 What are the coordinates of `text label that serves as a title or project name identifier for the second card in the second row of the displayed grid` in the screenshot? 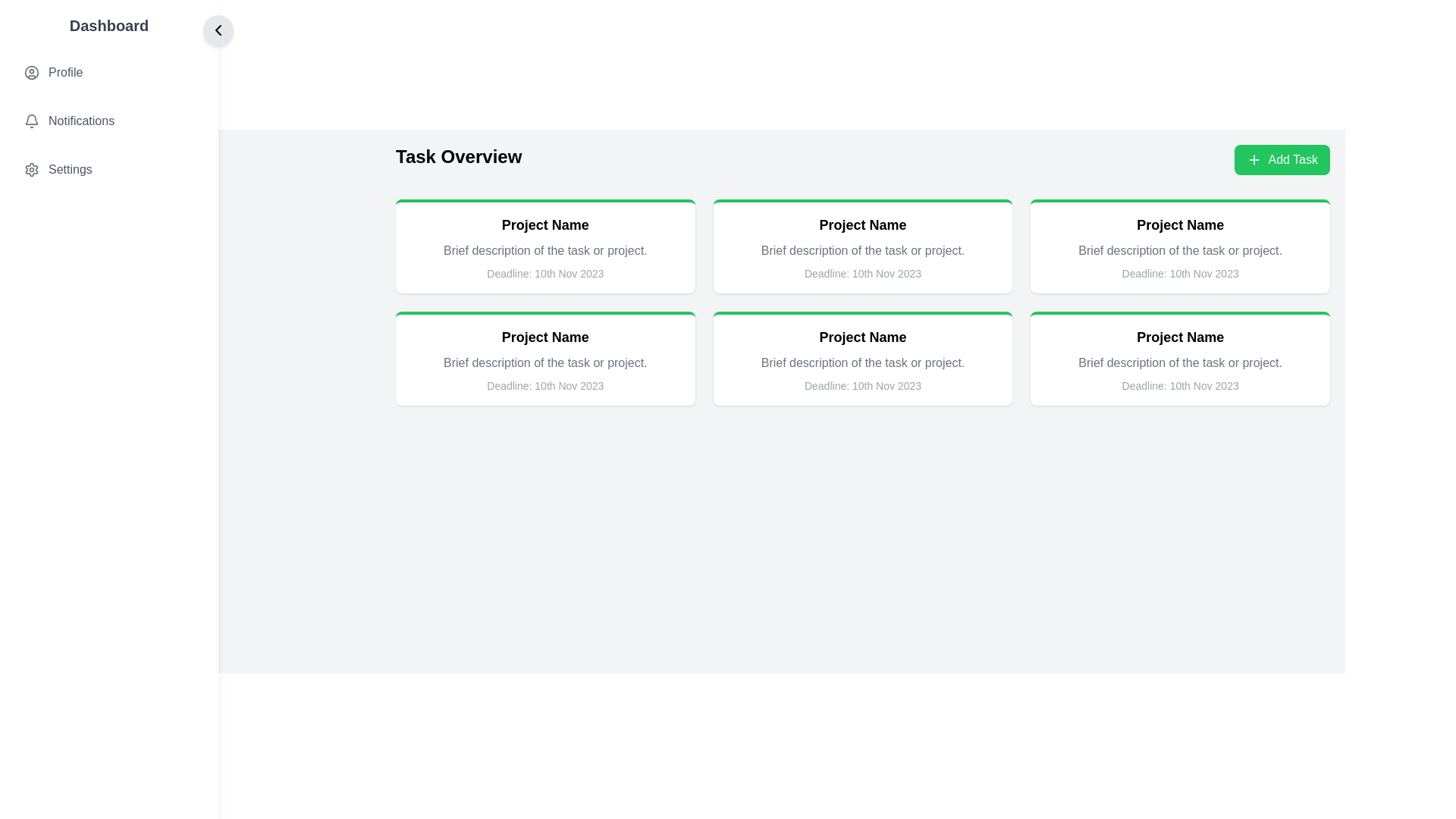 It's located at (1179, 336).